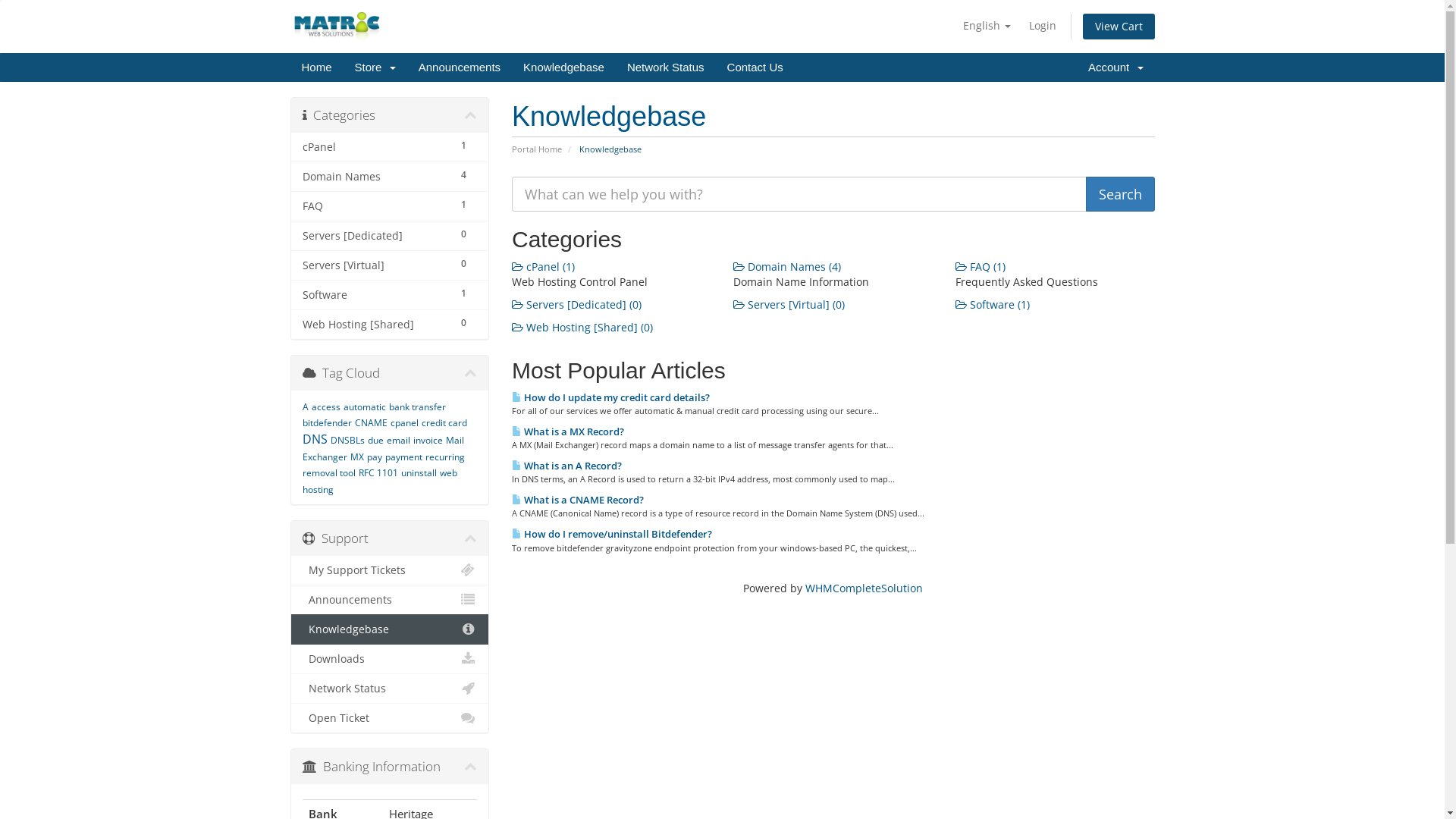 This screenshot has width=1456, height=819. What do you see at coordinates (375, 456) in the screenshot?
I see `'pay'` at bounding box center [375, 456].